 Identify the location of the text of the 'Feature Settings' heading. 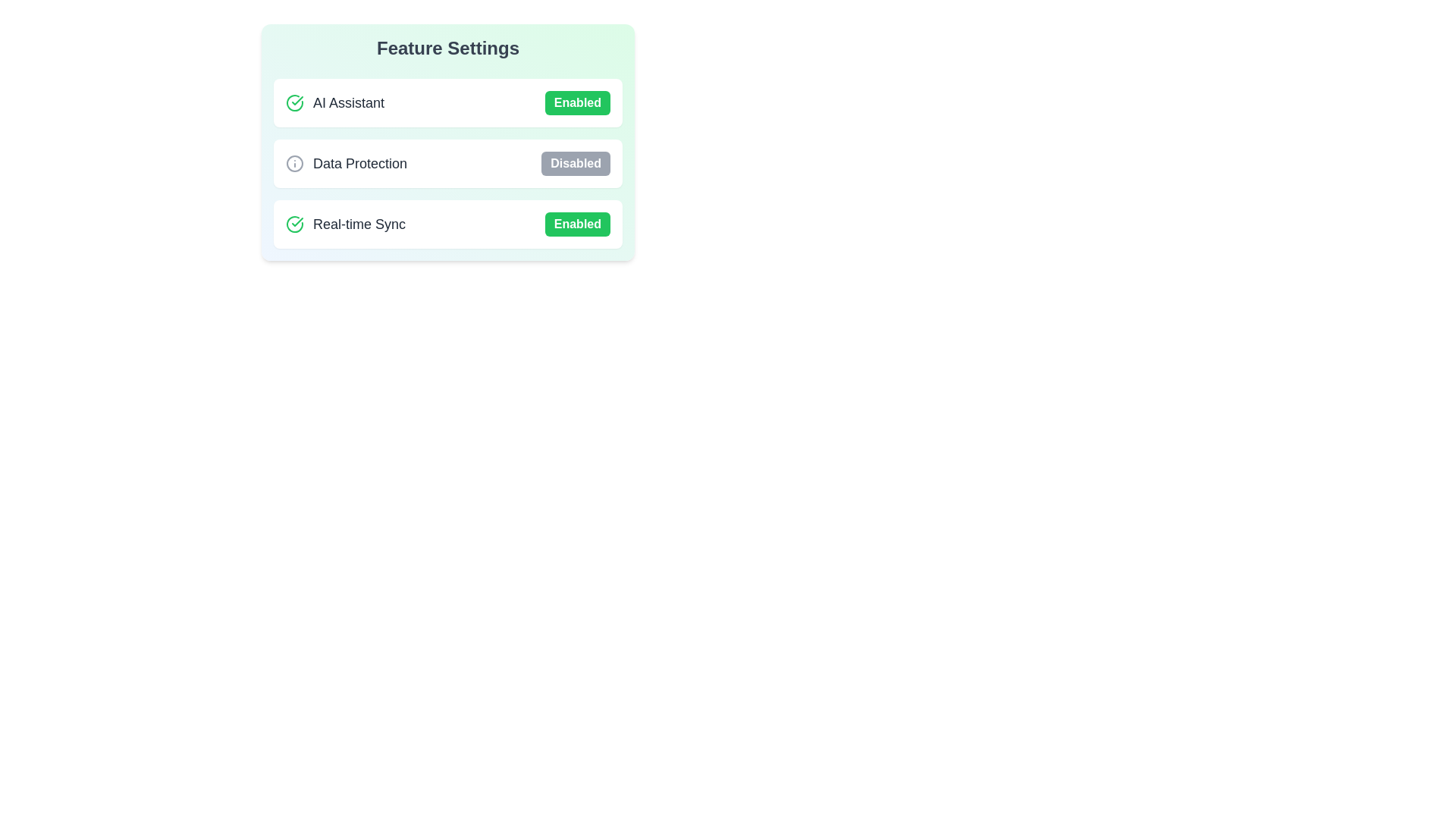
(447, 48).